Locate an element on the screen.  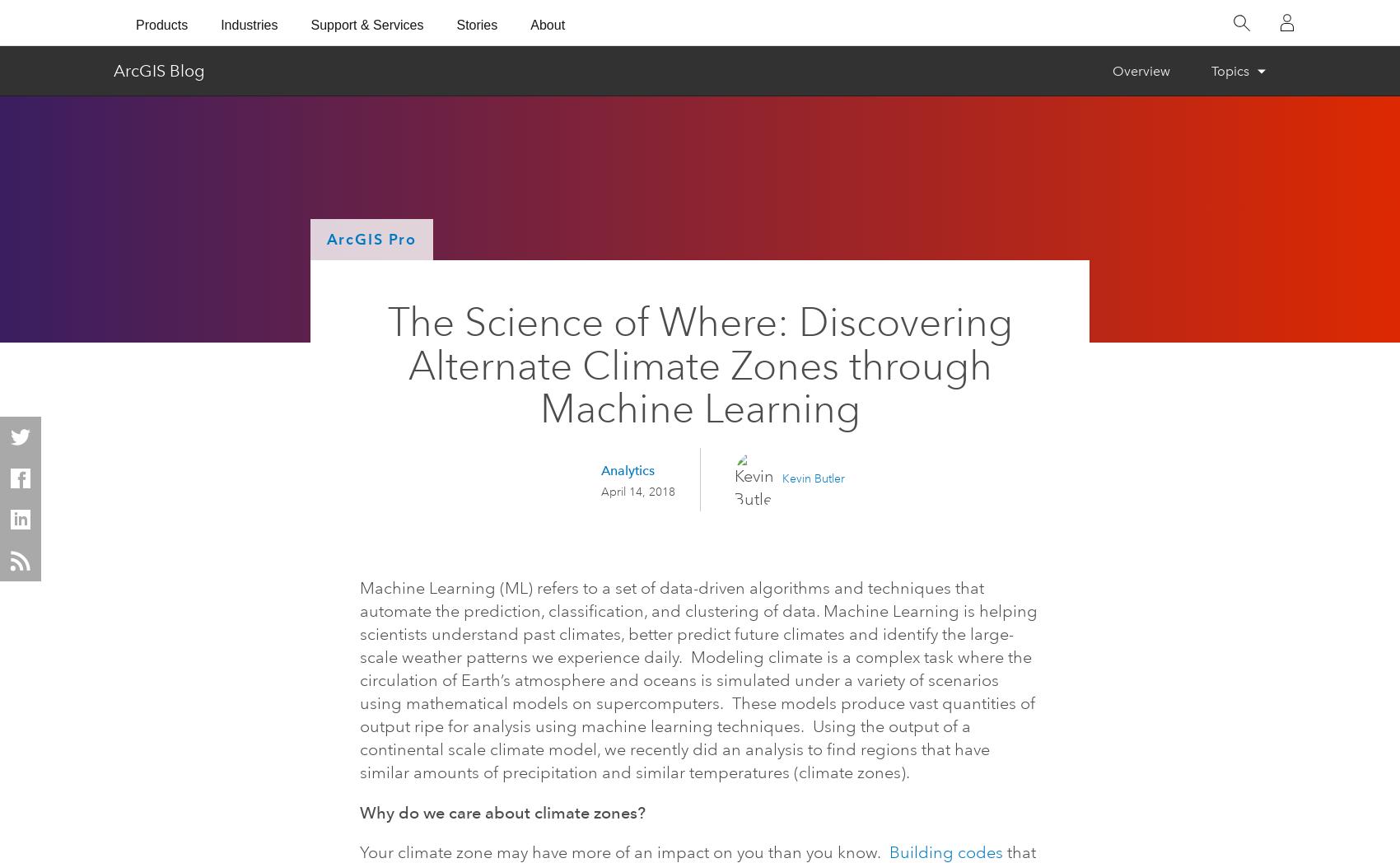
'ArcGIS Blog' is located at coordinates (158, 69).